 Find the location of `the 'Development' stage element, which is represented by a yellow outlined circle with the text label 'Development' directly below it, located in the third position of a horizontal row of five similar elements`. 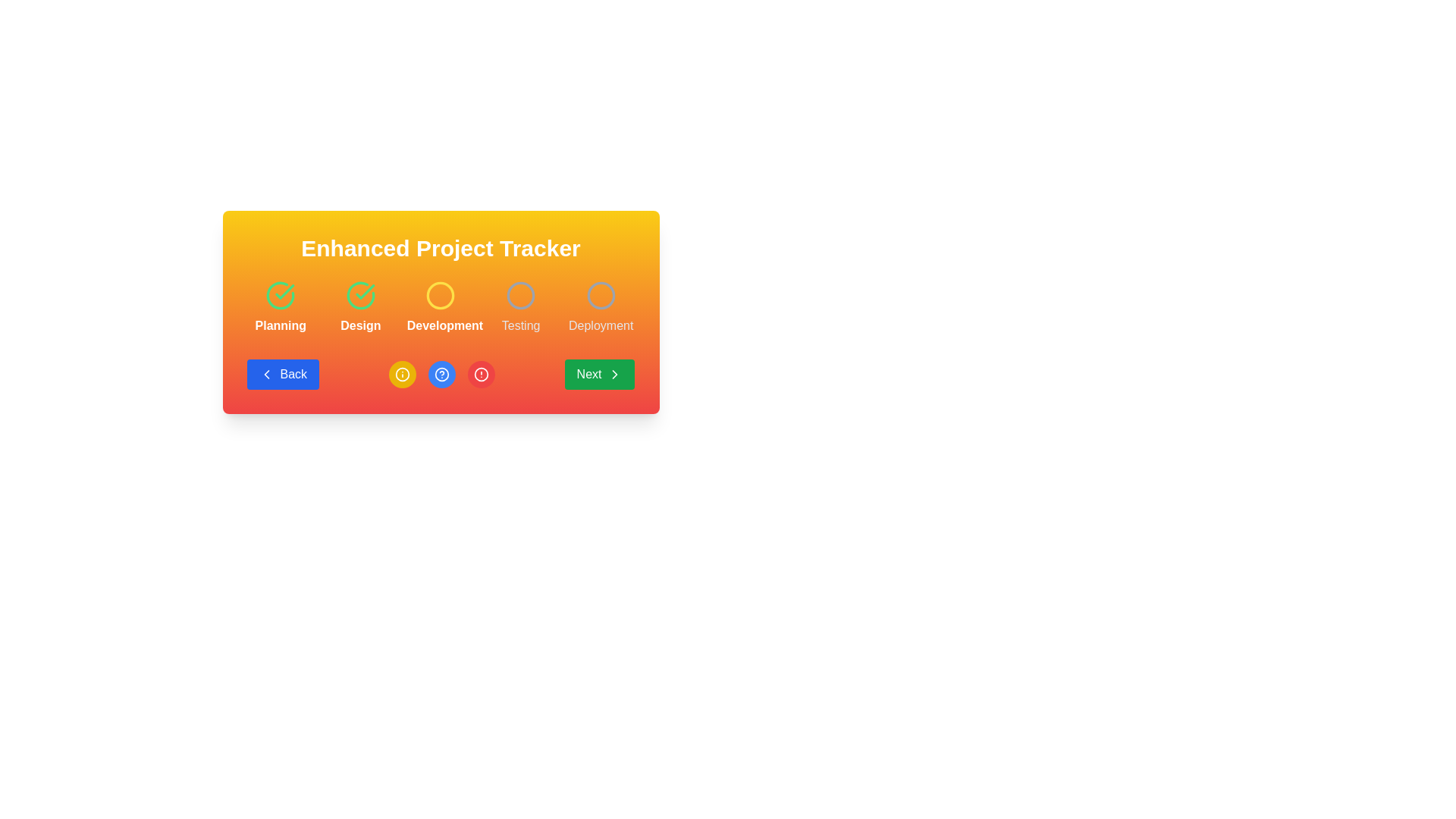

the 'Development' stage element, which is represented by a yellow outlined circle with the text label 'Development' directly below it, located in the third position of a horizontal row of five similar elements is located at coordinates (440, 307).